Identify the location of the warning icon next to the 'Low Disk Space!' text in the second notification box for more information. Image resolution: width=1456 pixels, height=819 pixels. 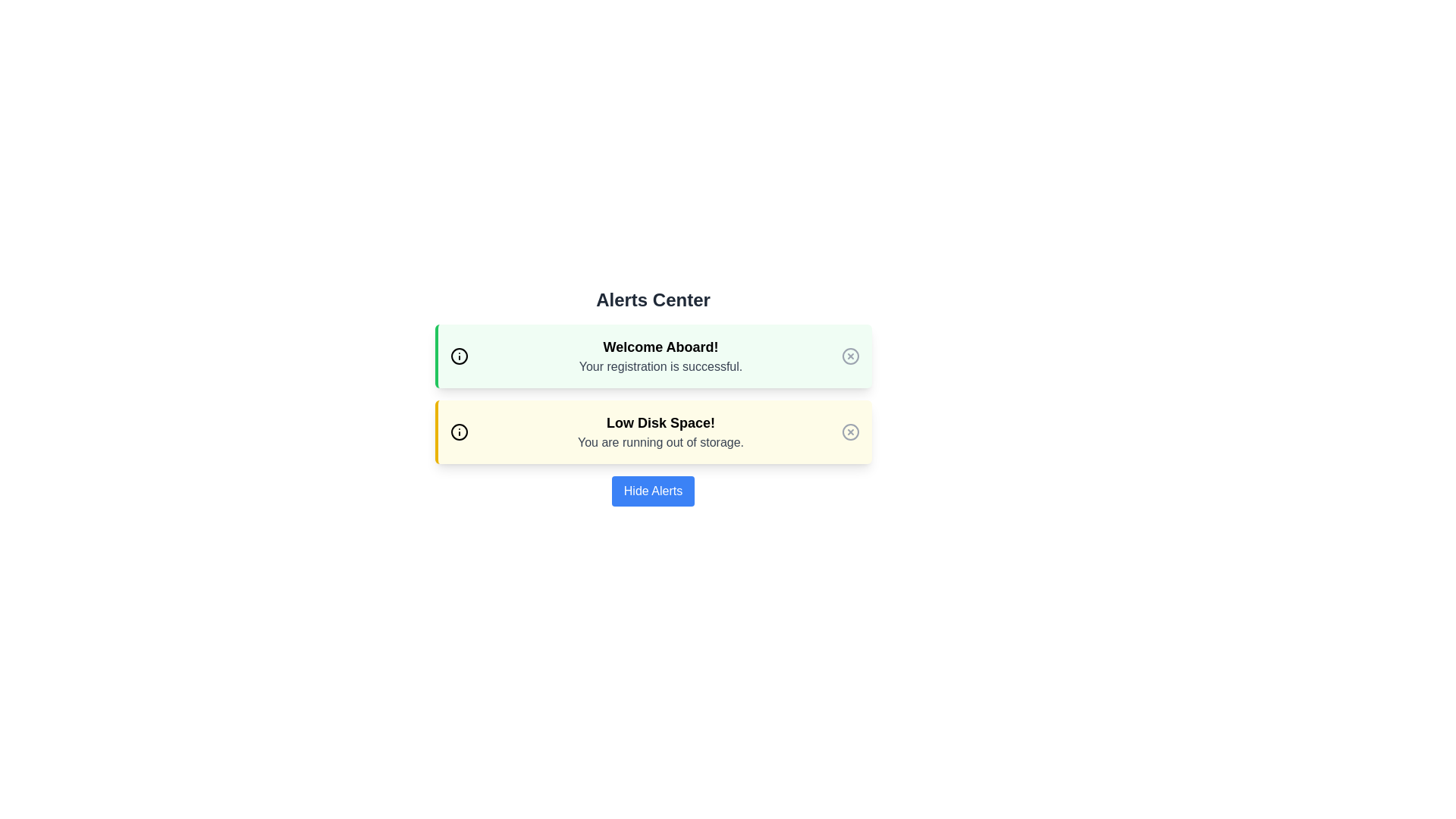
(458, 432).